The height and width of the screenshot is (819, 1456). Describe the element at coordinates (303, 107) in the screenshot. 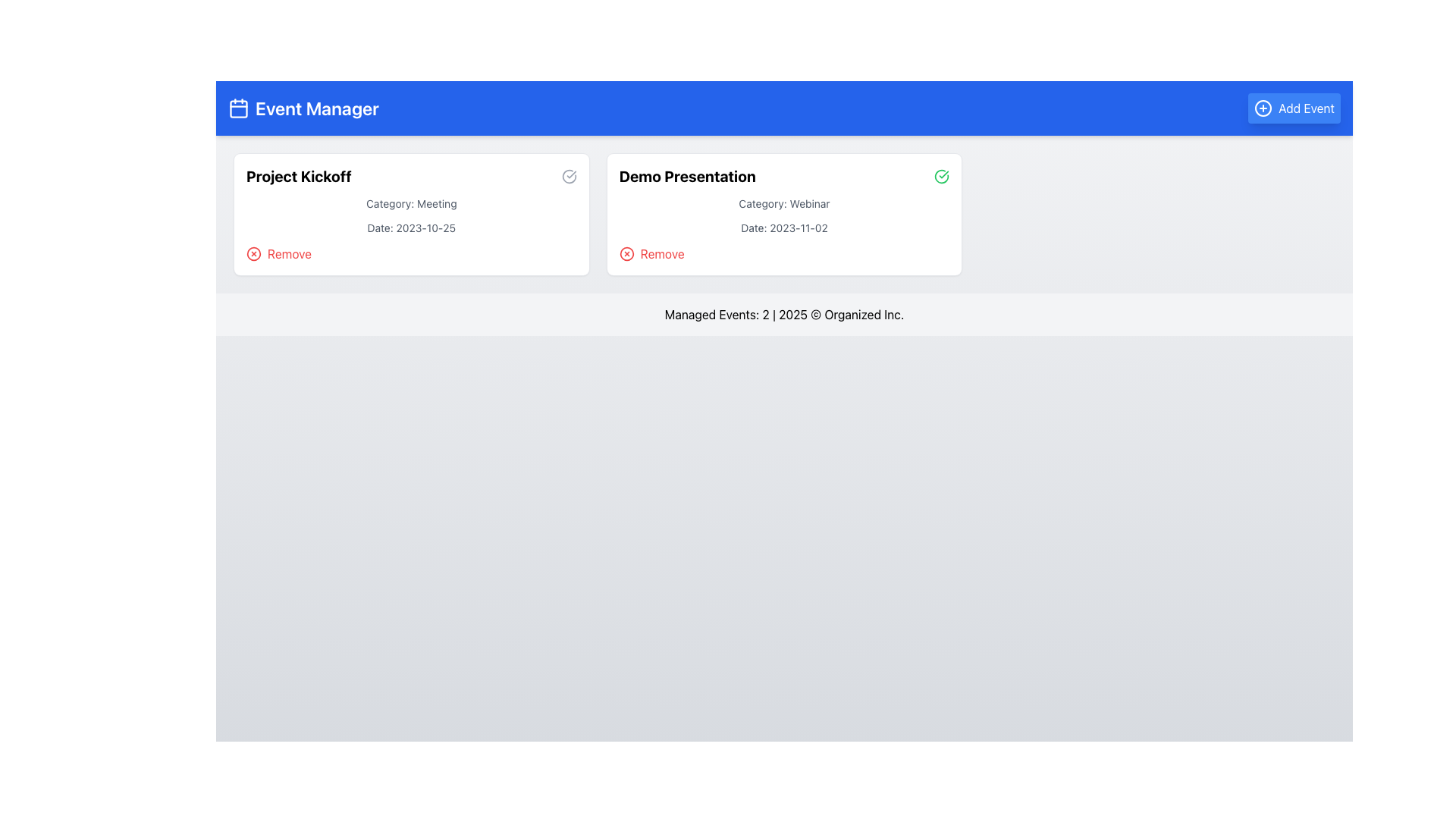

I see `the Title Text with Icon in the blue banner, which indicates the Event Manager section and is located to the far left of the banner next to a calendar icon` at that location.